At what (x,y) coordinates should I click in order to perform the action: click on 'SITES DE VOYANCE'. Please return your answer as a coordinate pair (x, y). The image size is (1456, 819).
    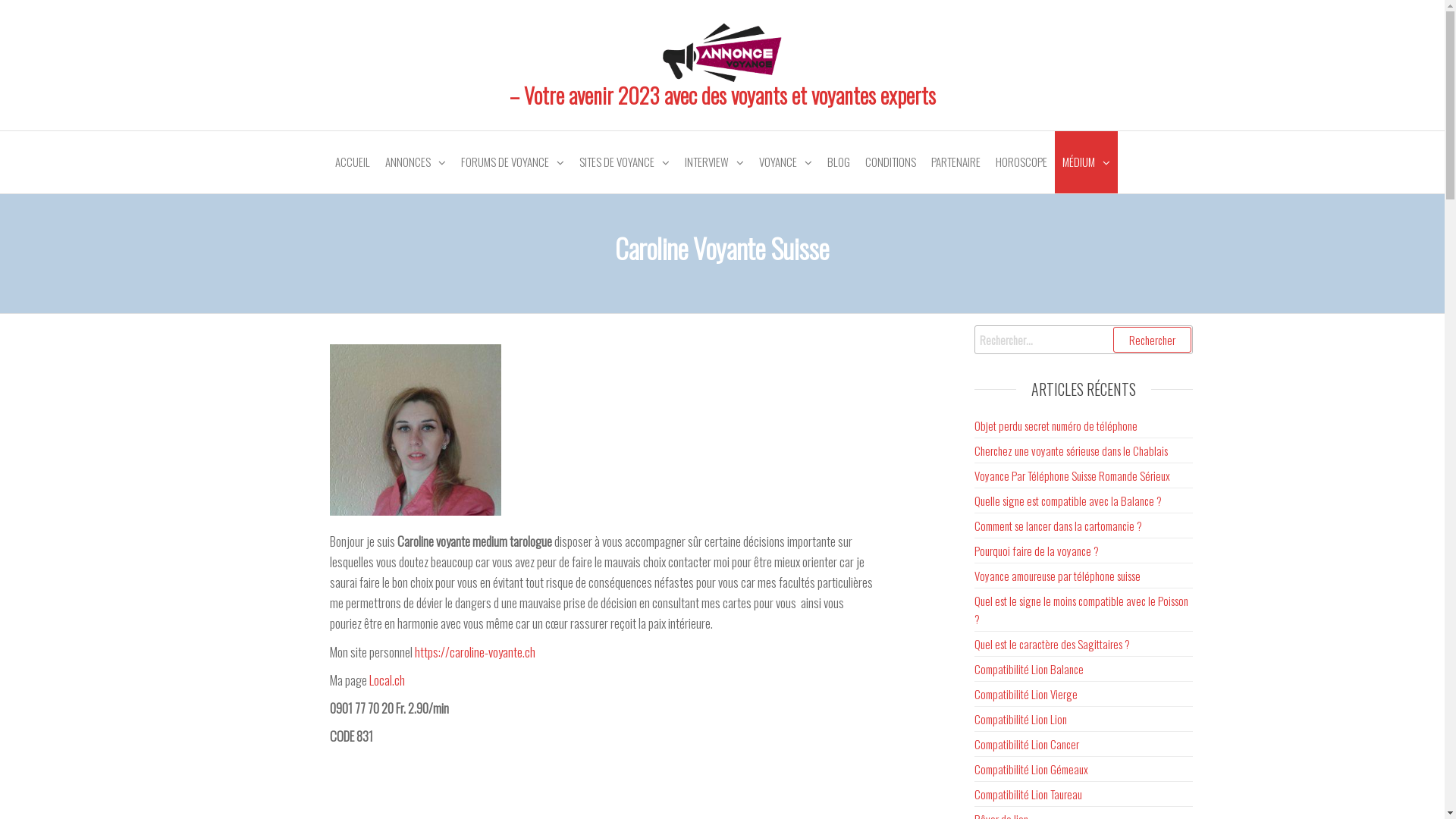
    Looking at the image, I should click on (624, 162).